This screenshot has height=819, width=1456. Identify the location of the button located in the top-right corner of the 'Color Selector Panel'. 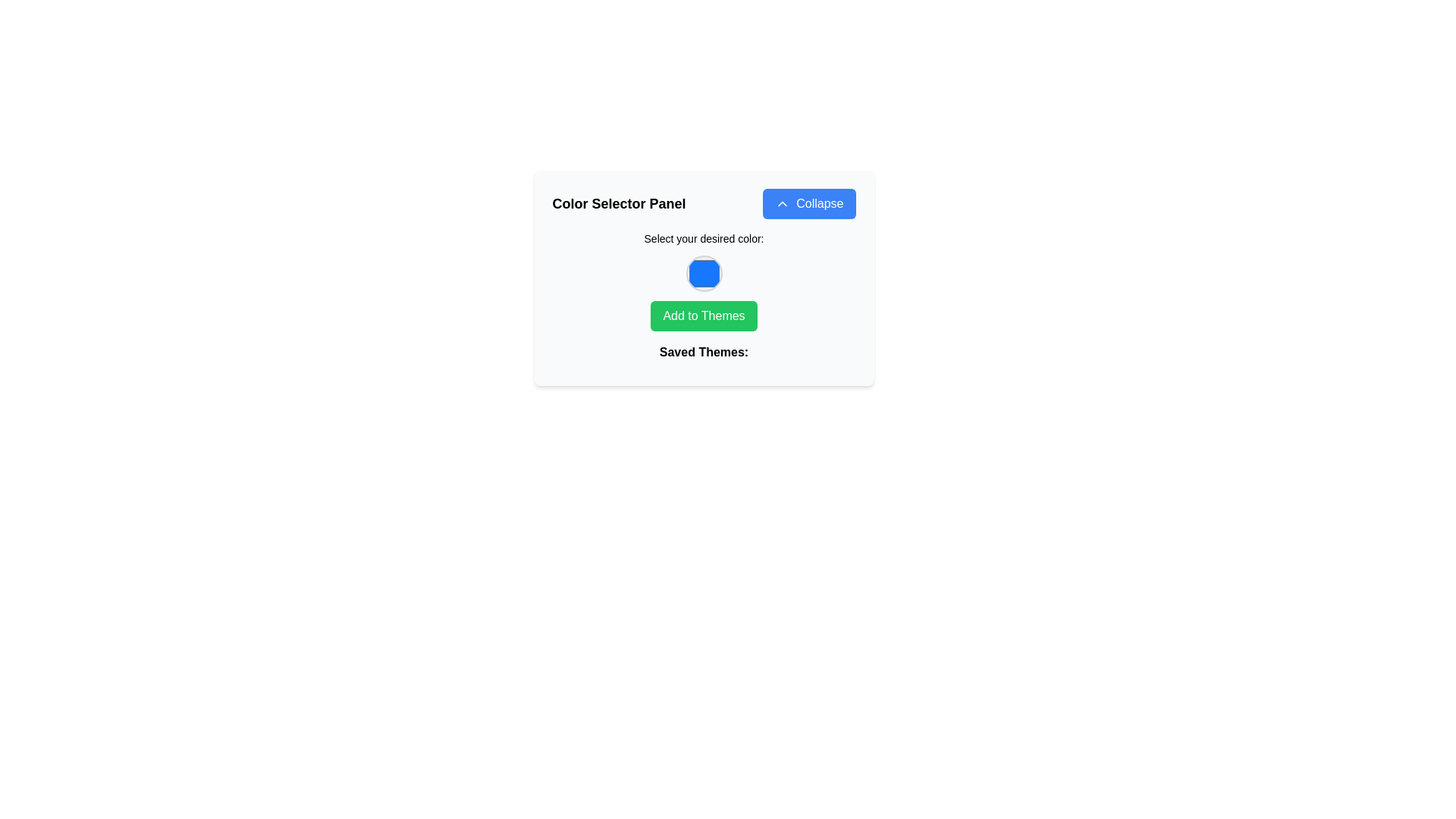
(808, 203).